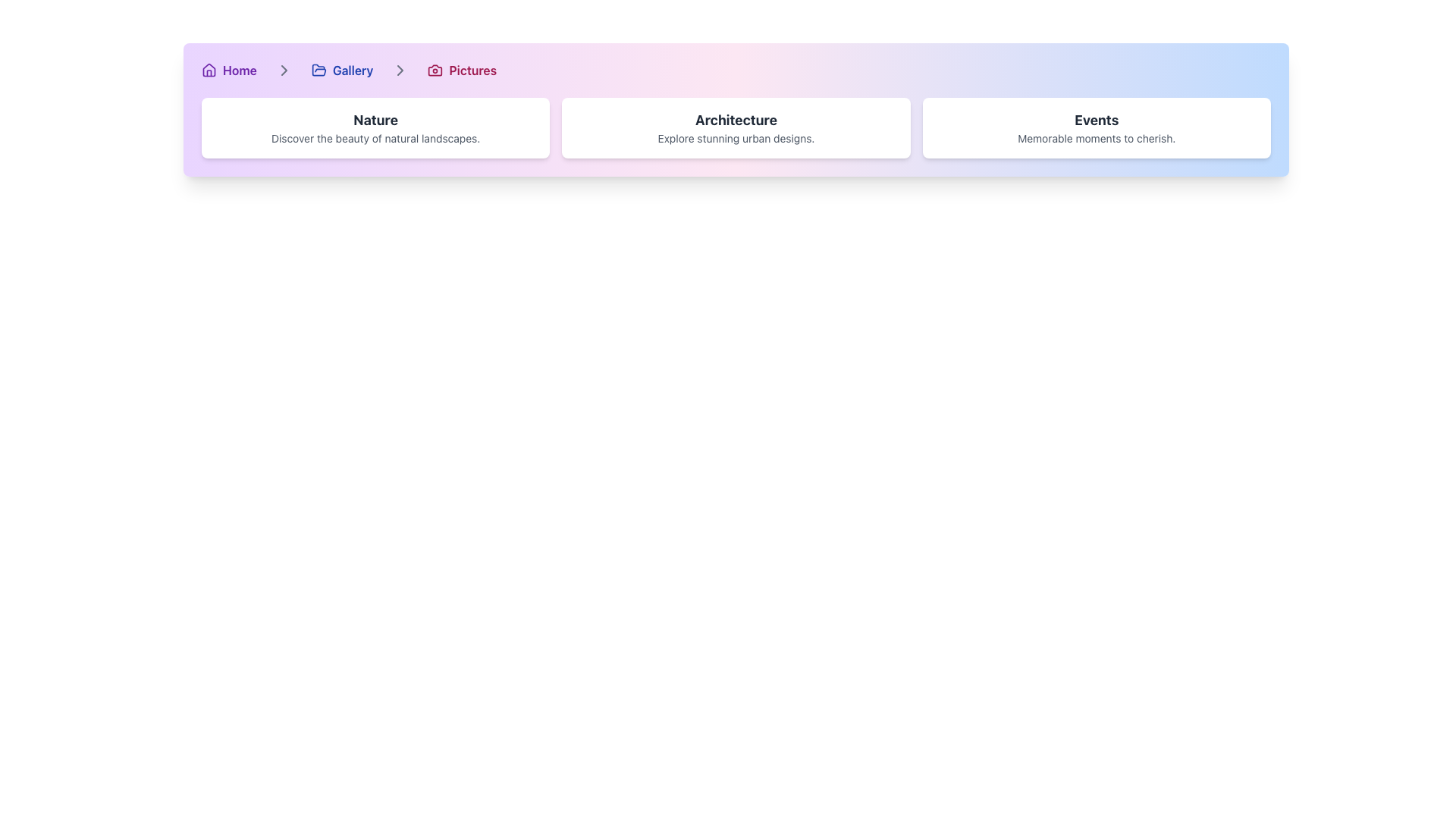 The image size is (1456, 819). What do you see at coordinates (435, 70) in the screenshot?
I see `the camera icon that represents 'Pictures' in the breadcrumb navigation bar, positioned to the left of the text 'Pictures'` at bounding box center [435, 70].